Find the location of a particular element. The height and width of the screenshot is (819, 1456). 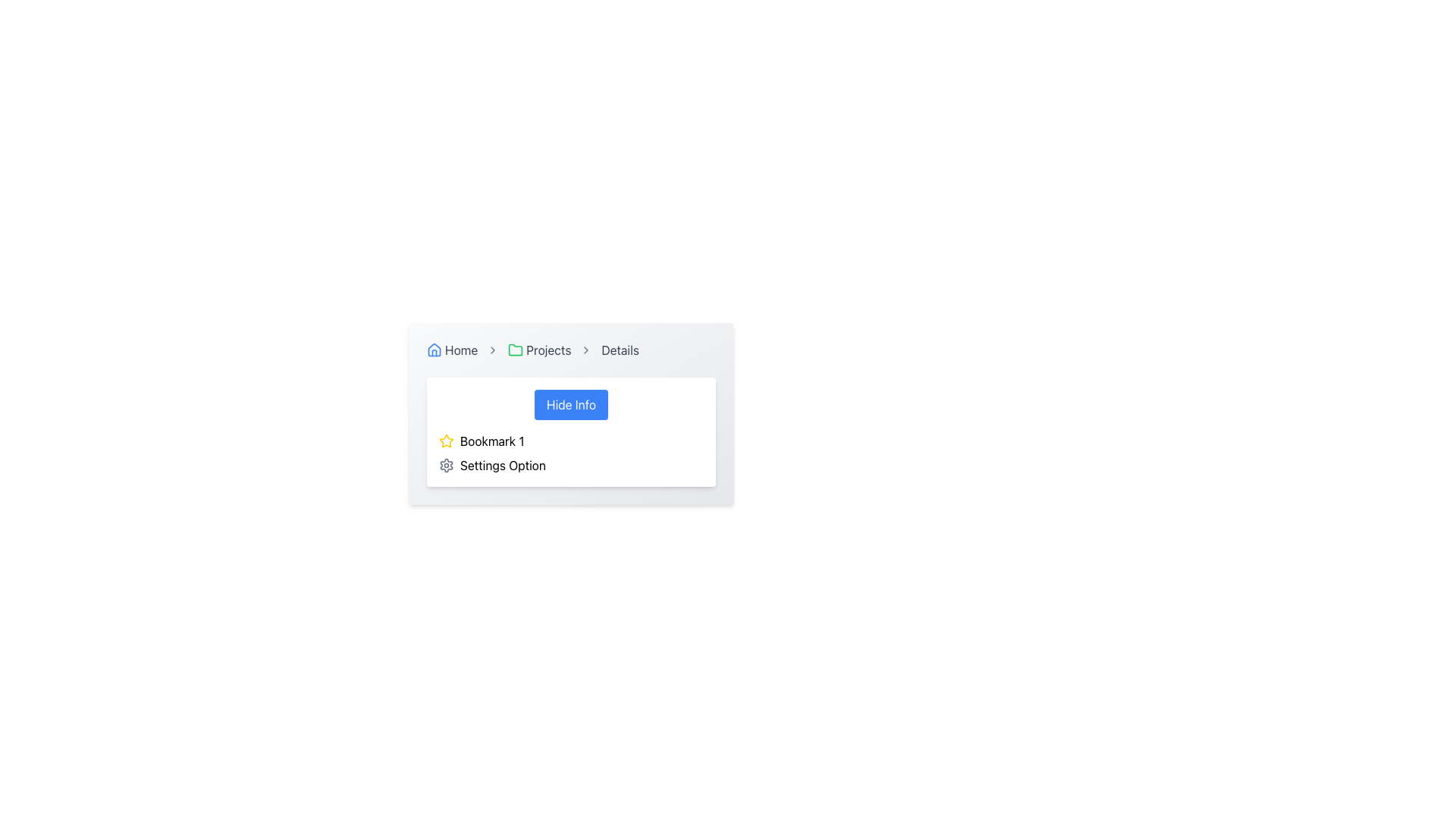

the Breadcrumb navigation item that indicates the current location in the navigation hierarchy, positioned between 'Home' and 'Details' is located at coordinates (539, 350).